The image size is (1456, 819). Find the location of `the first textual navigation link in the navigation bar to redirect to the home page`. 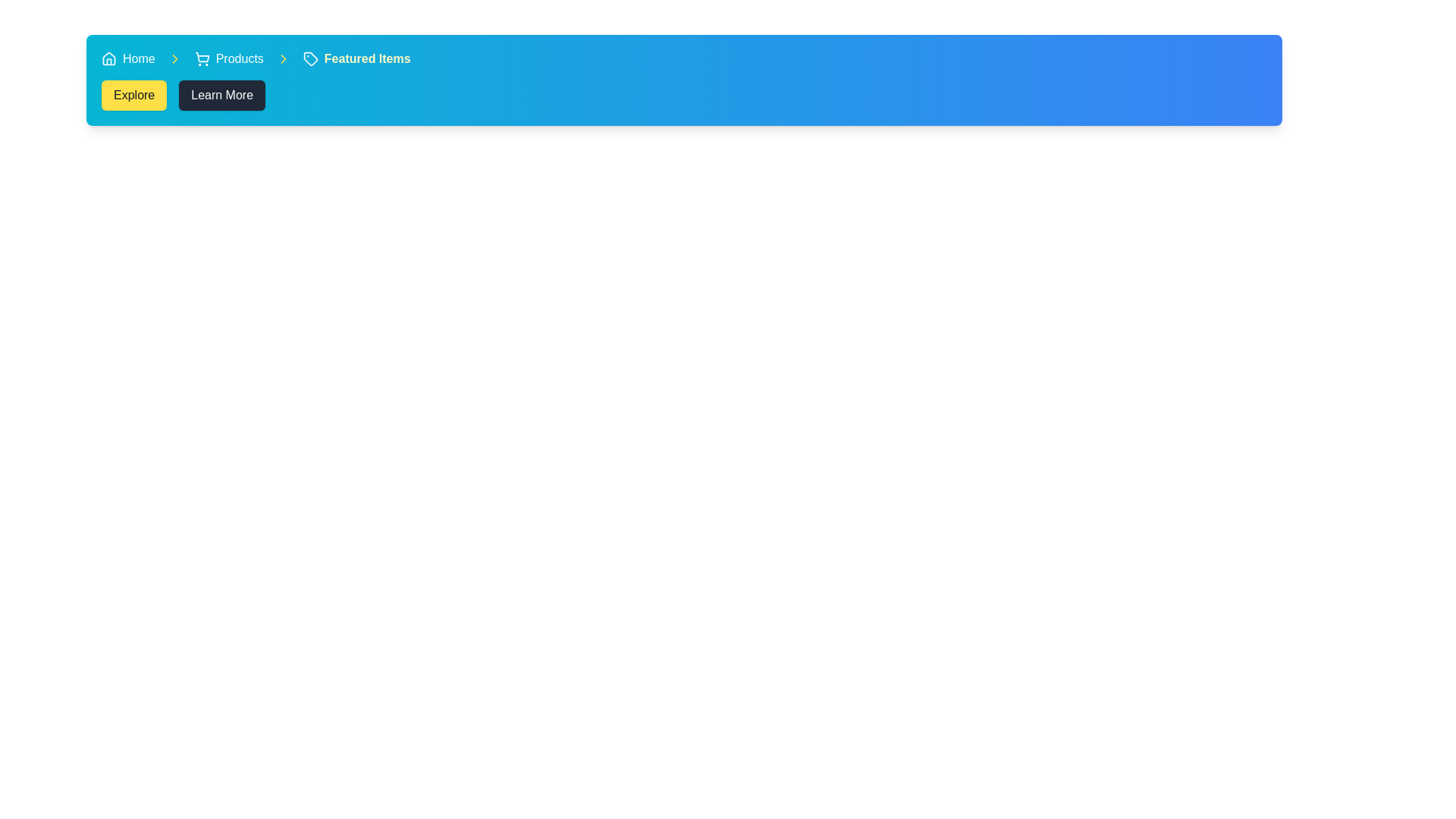

the first textual navigation link in the navigation bar to redirect to the home page is located at coordinates (139, 58).